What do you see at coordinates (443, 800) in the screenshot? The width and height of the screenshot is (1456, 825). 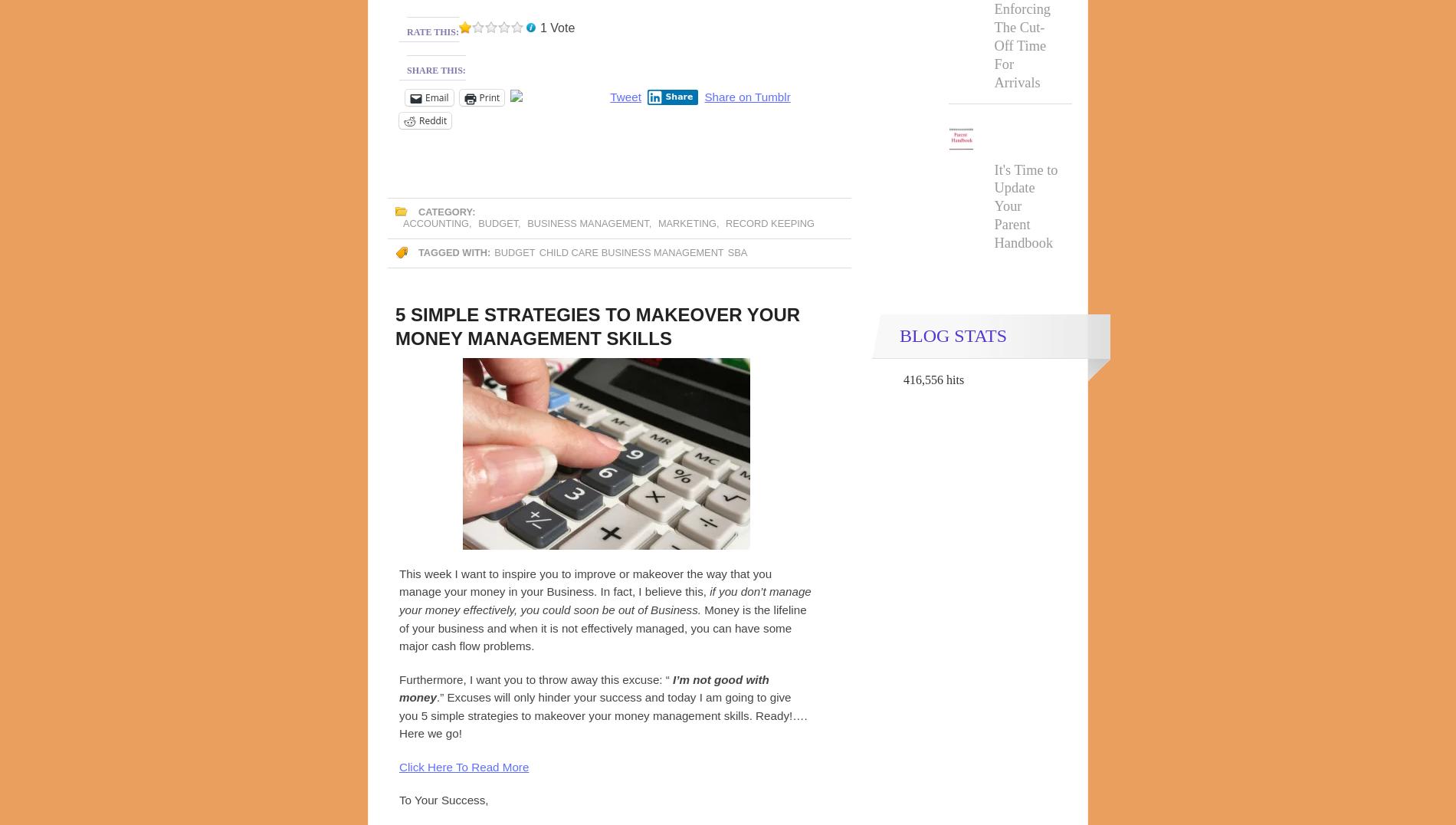 I see `'To Your Success,'` at bounding box center [443, 800].